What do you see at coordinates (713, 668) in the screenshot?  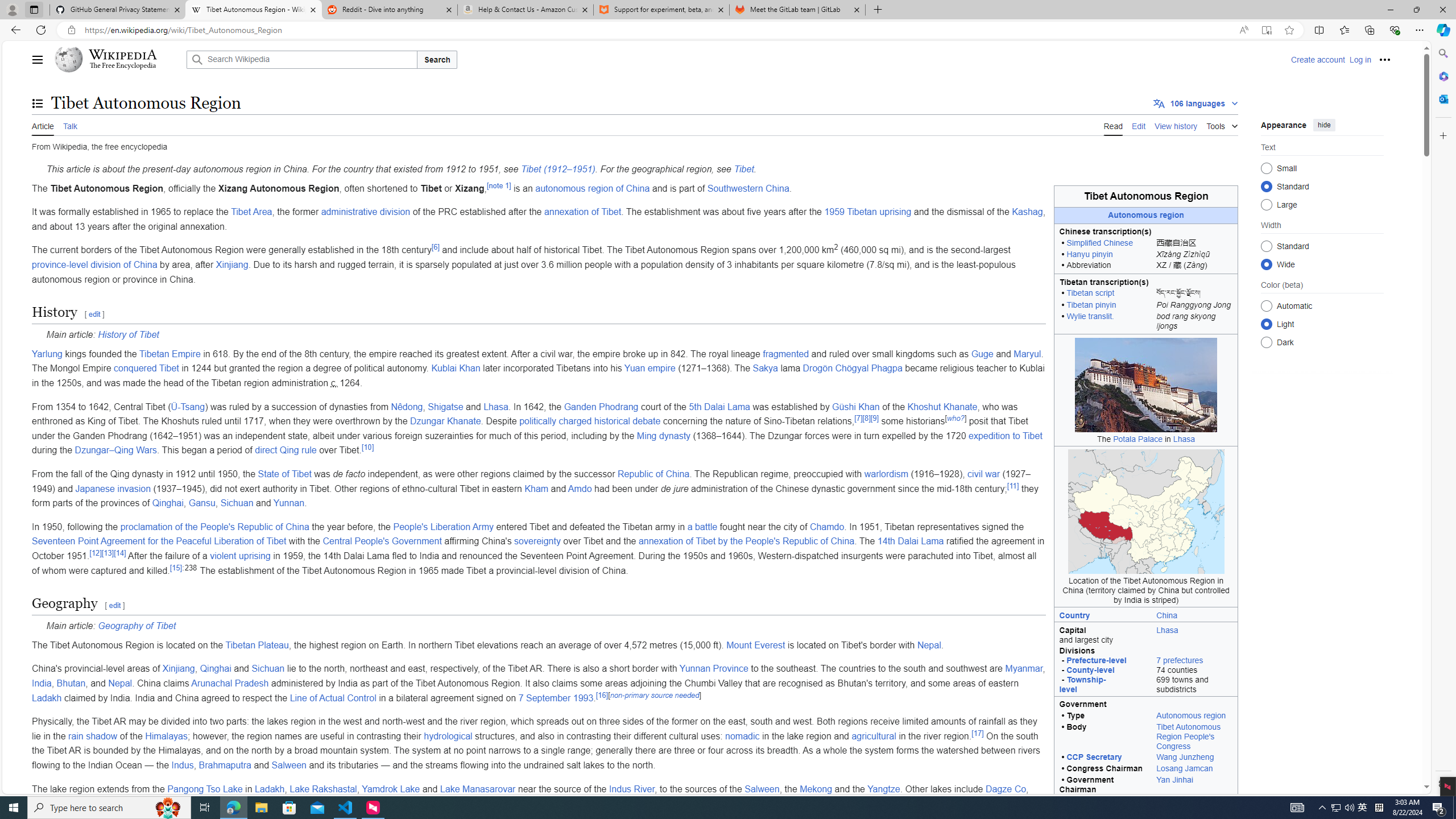 I see `'Yunnan Province'` at bounding box center [713, 668].